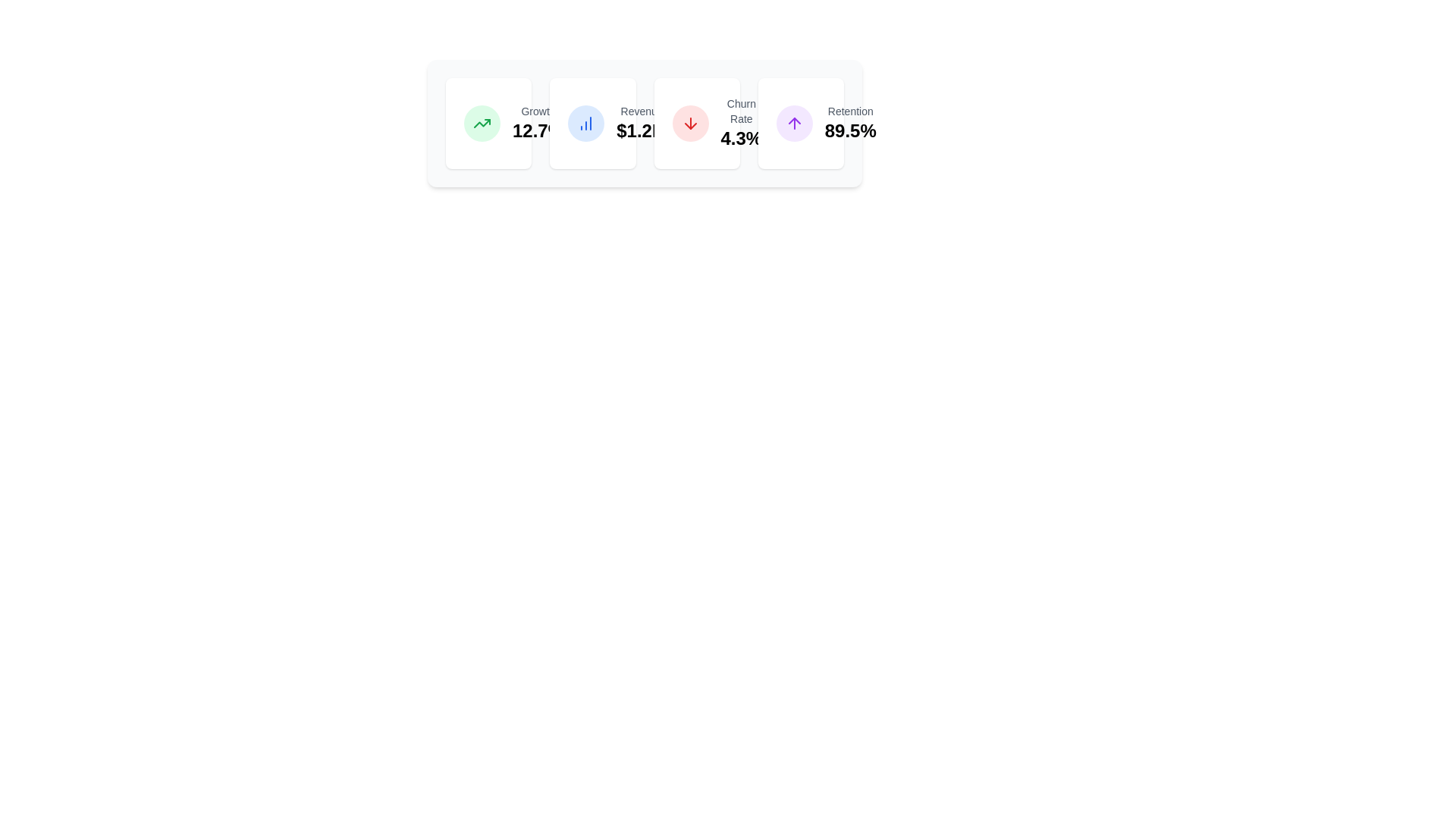  Describe the element at coordinates (793, 122) in the screenshot. I see `the graphical icon representing an upward trend located in the 'Retention' card, which is centrally positioned above the '89.5%' text` at that location.